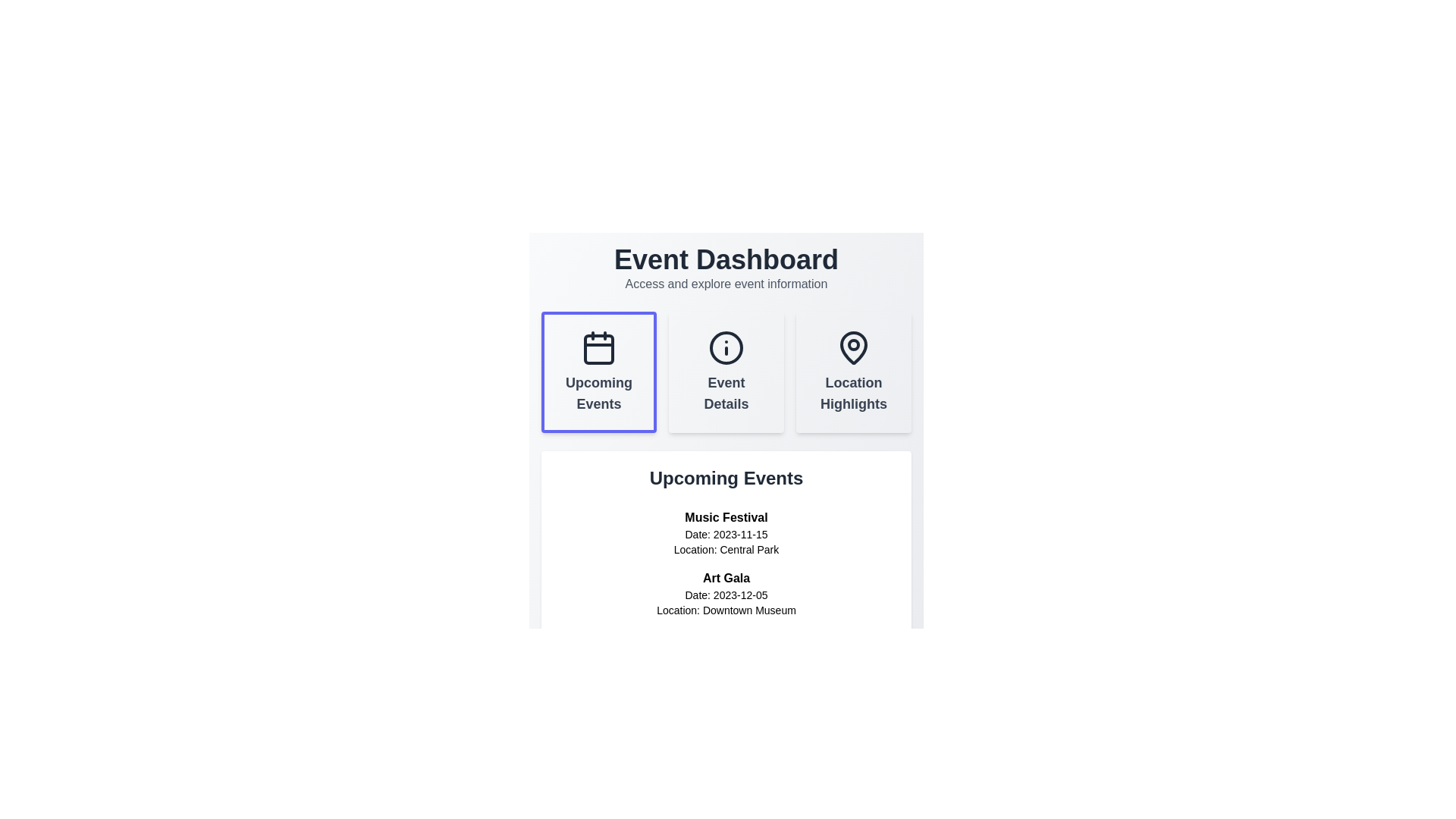 The width and height of the screenshot is (1456, 819). Describe the element at coordinates (598, 393) in the screenshot. I see `the text label that serves as the title description for the section about upcoming events, located beneath a calendar icon` at that location.